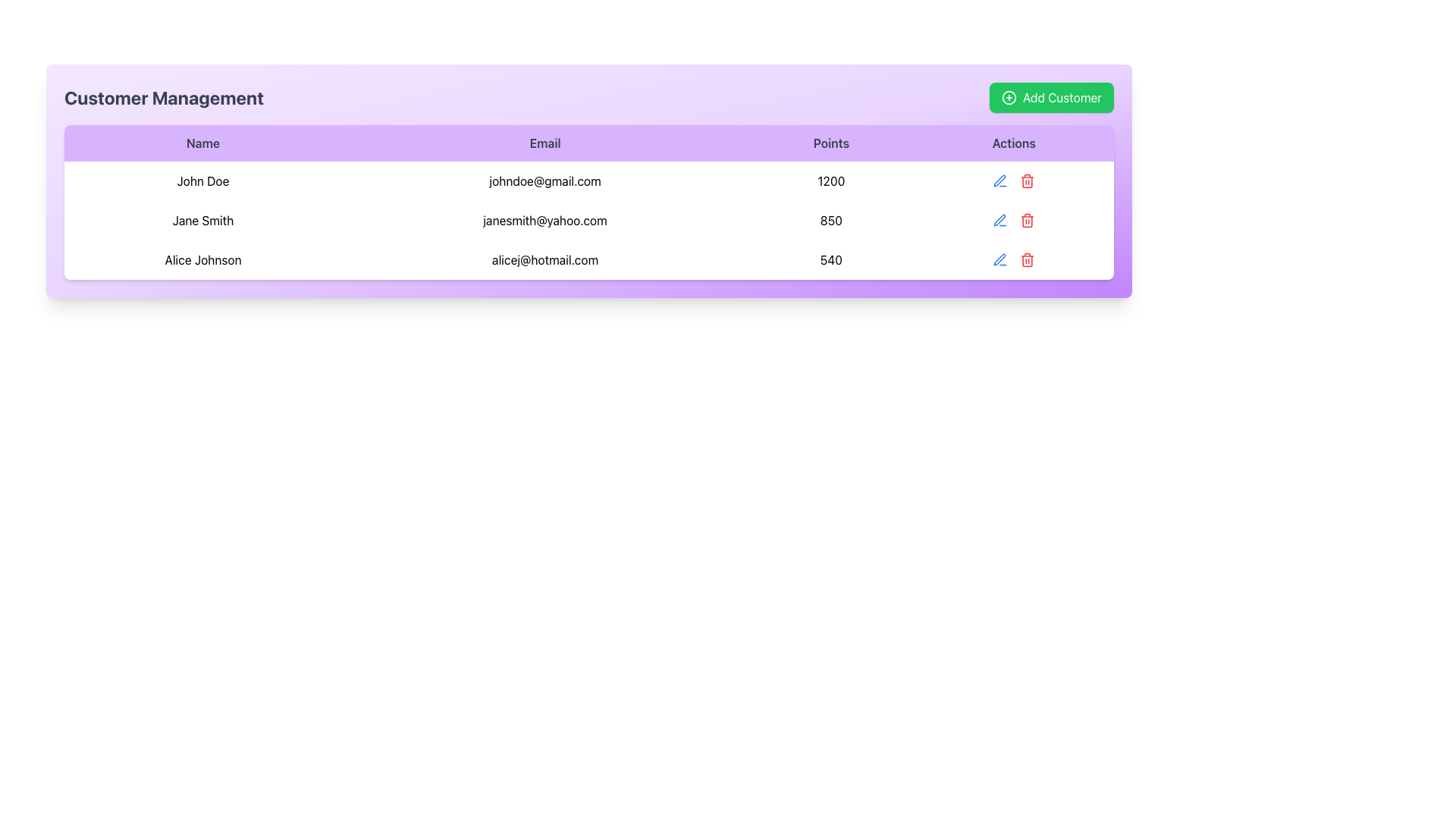 The height and width of the screenshot is (819, 1456). I want to click on the blue pen icon located in the 'Actions' column of the last row in the table, so click(999, 259).